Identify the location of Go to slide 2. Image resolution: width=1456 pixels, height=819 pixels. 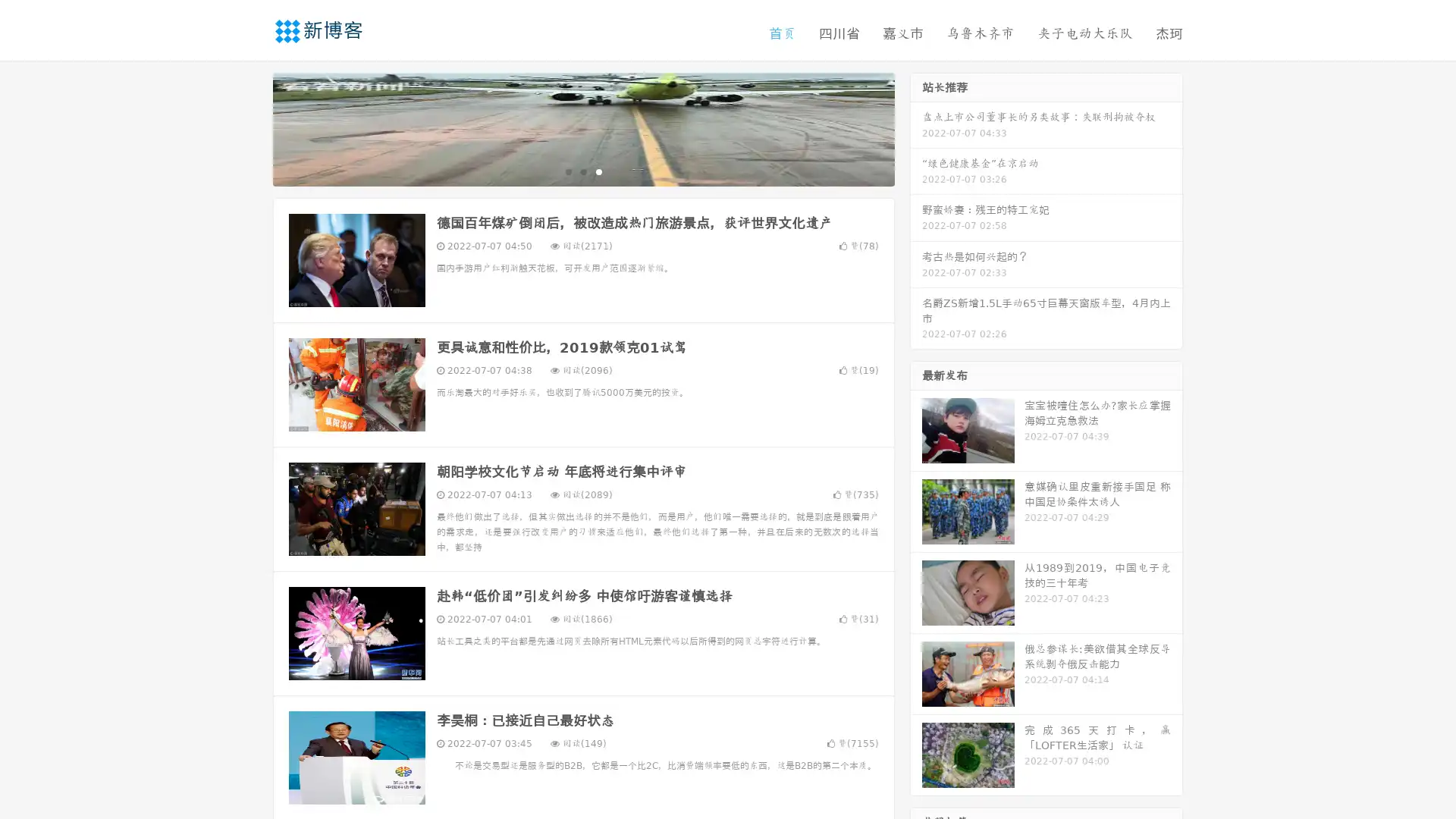
(582, 171).